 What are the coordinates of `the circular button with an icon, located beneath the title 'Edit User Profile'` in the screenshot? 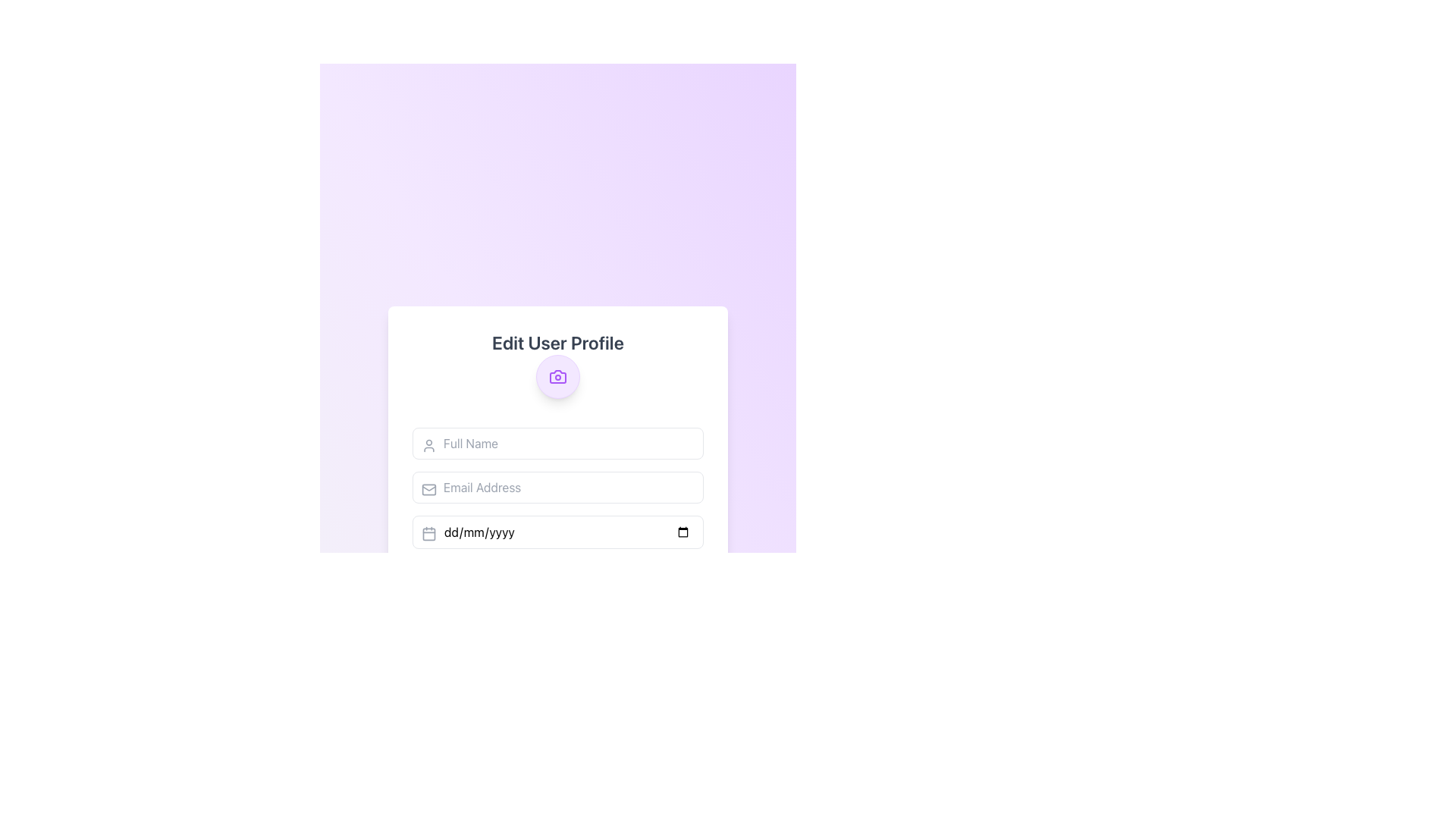 It's located at (557, 378).